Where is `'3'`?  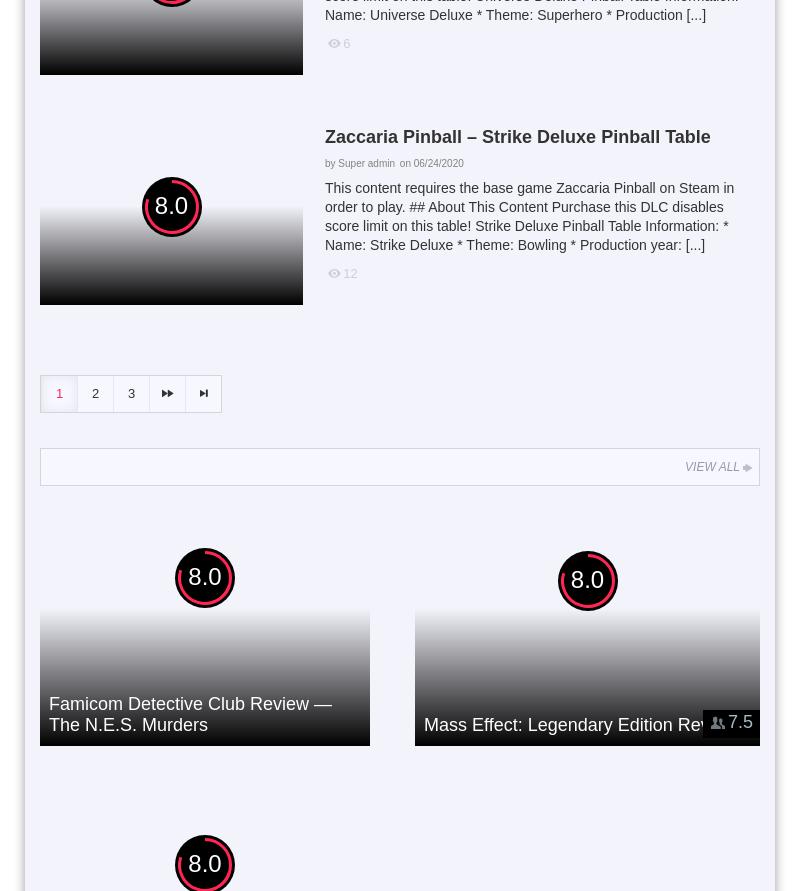
'3' is located at coordinates (130, 392).